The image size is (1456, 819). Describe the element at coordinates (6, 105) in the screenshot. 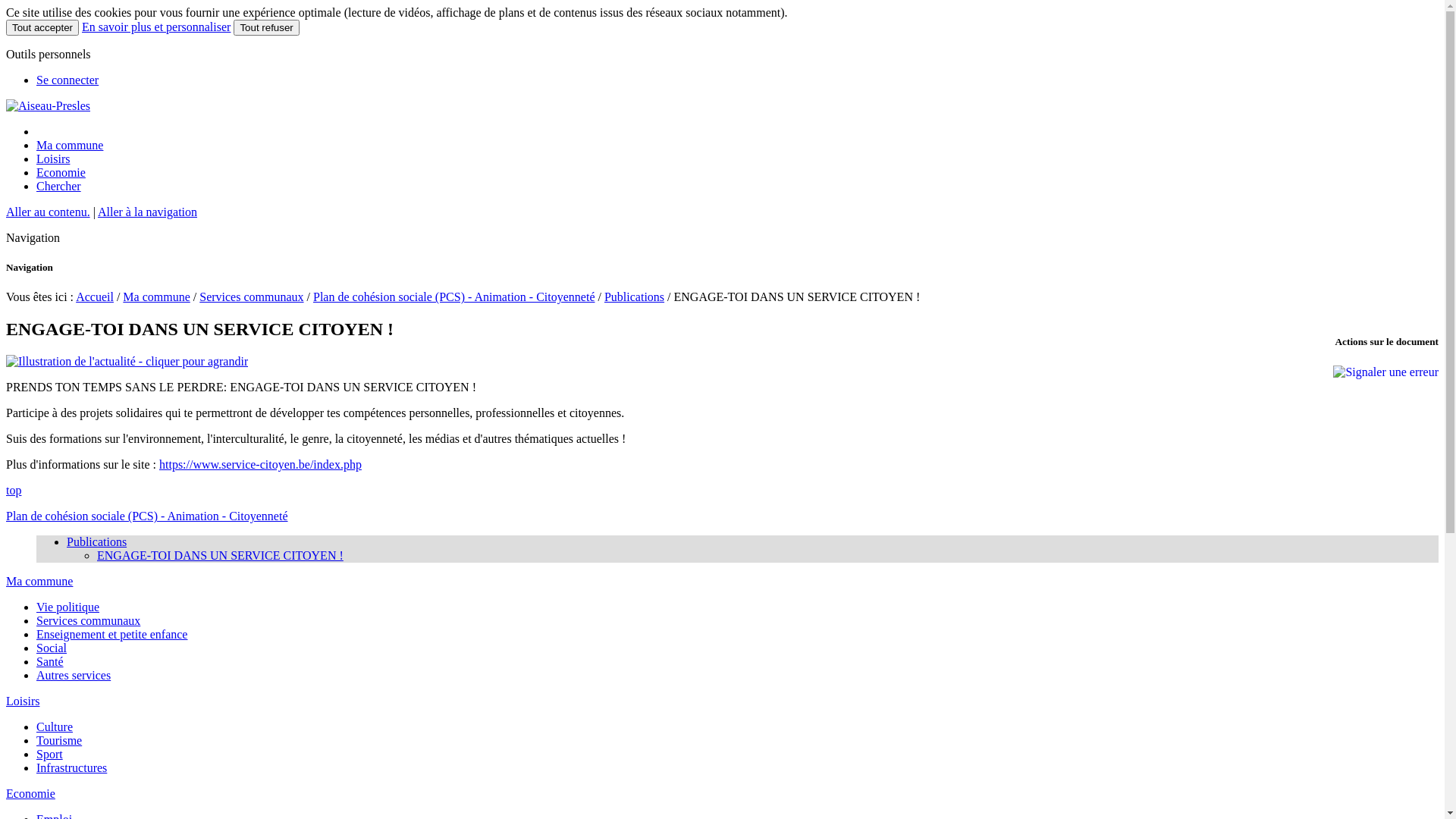

I see `'Aiseau-Presles'` at that location.